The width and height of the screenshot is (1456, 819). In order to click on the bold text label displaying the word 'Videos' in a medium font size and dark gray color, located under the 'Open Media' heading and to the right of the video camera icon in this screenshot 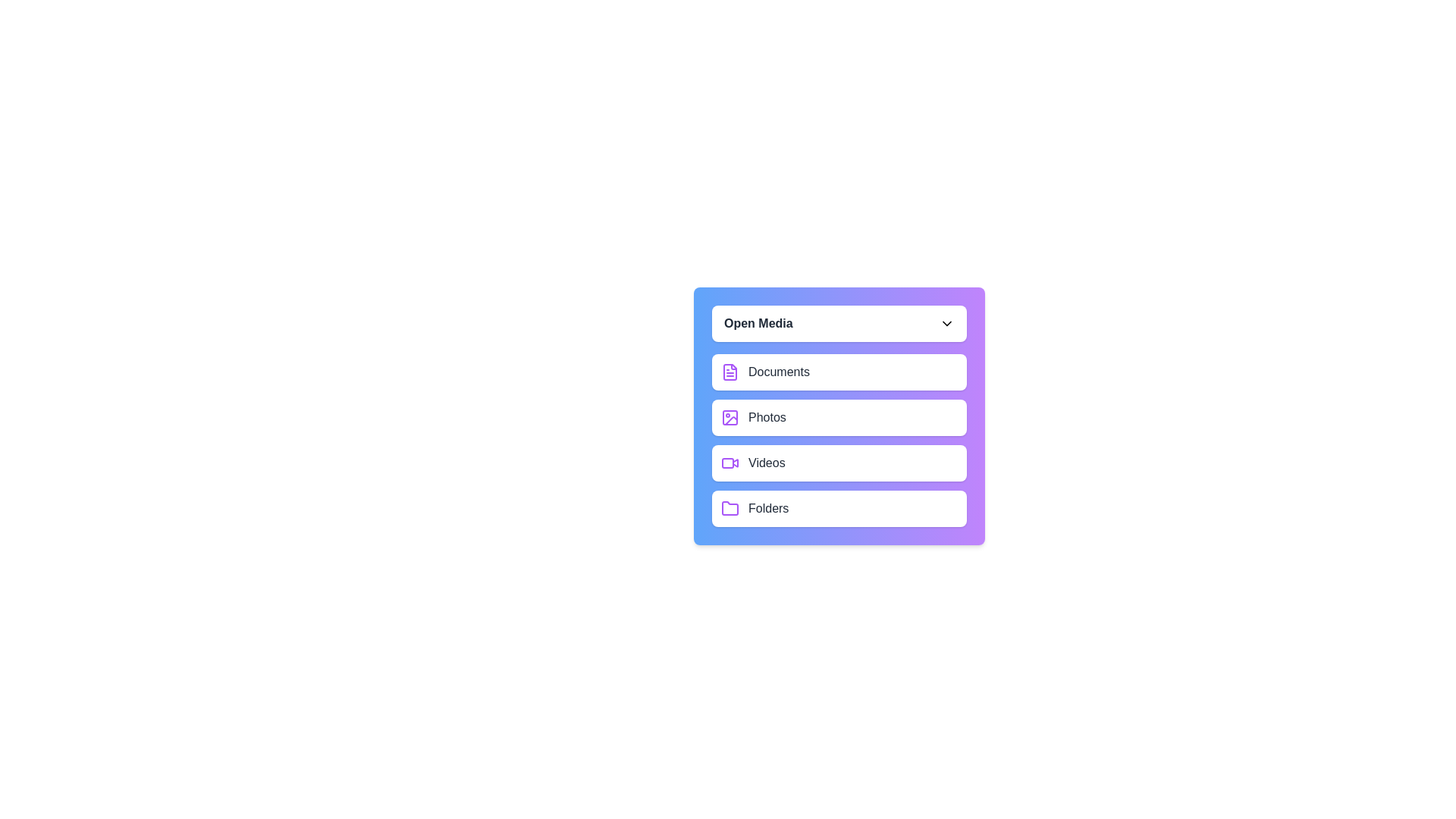, I will do `click(767, 462)`.